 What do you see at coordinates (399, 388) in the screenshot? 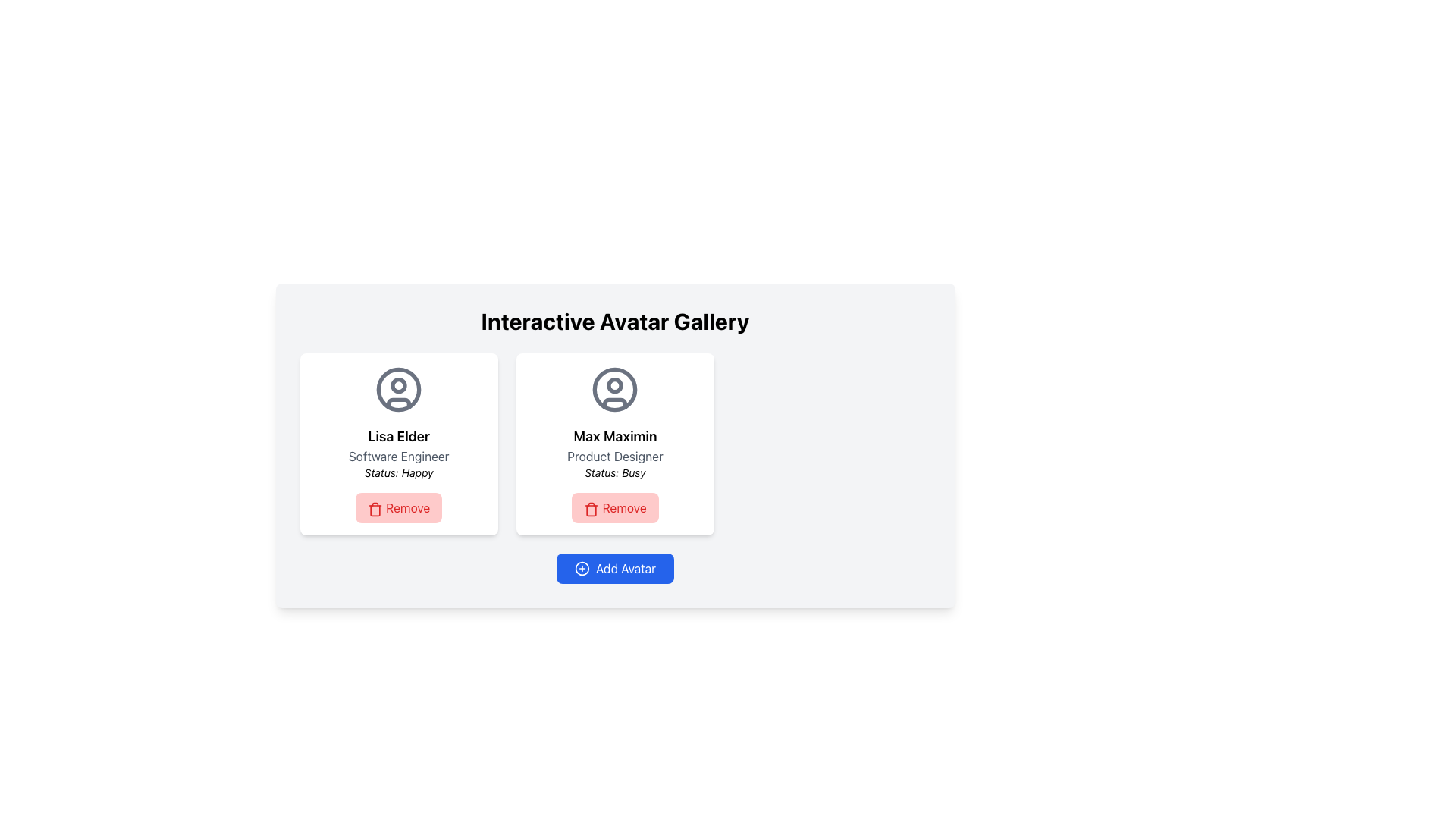
I see `the circular graphical component located at the center of the avatar icon in the leftmost user card titled 'Lisa Elder', positioned above the text and the 'Remove' button` at bounding box center [399, 388].